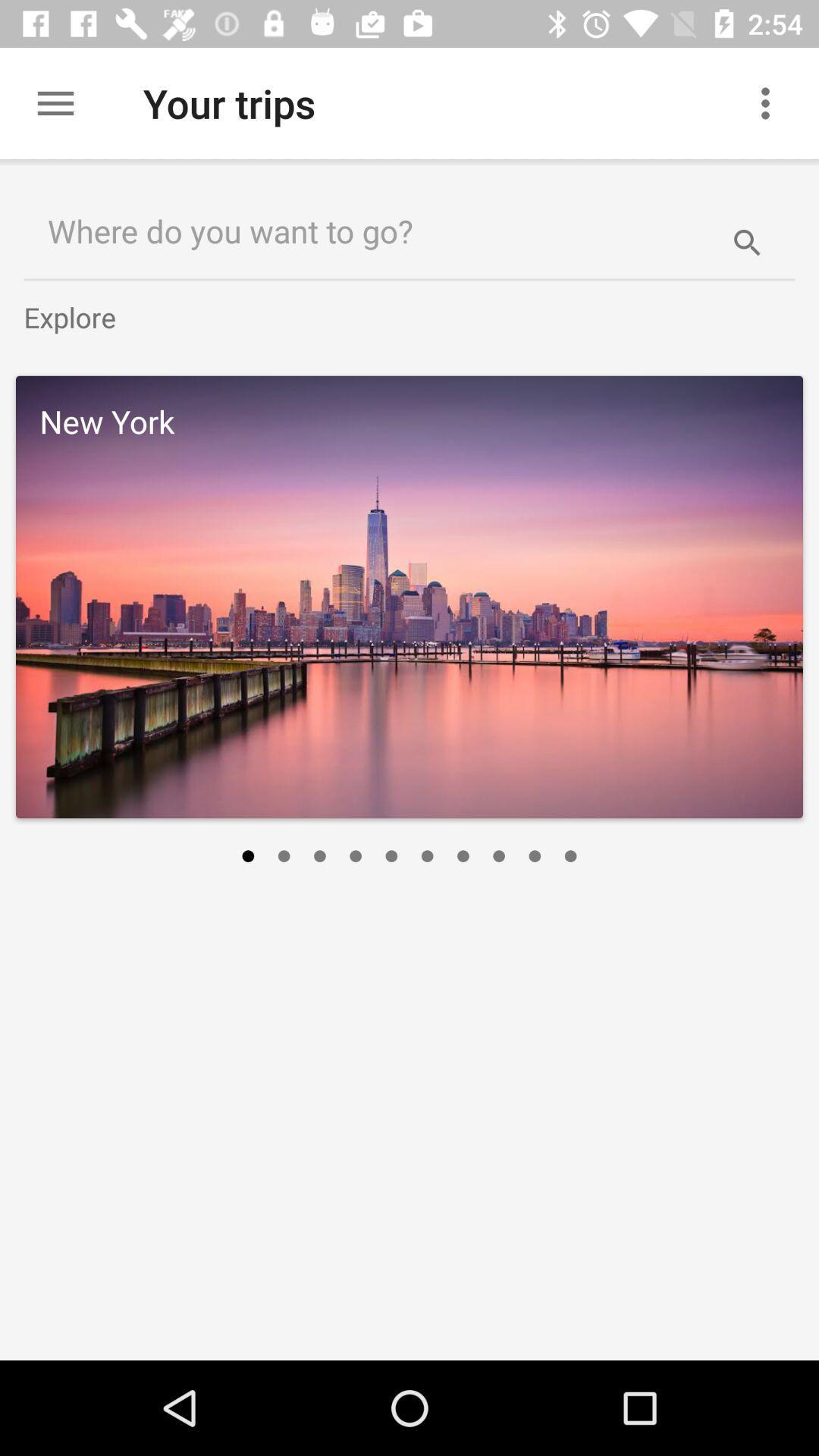 The width and height of the screenshot is (819, 1456). Describe the element at coordinates (570, 856) in the screenshot. I see `icon on the right` at that location.